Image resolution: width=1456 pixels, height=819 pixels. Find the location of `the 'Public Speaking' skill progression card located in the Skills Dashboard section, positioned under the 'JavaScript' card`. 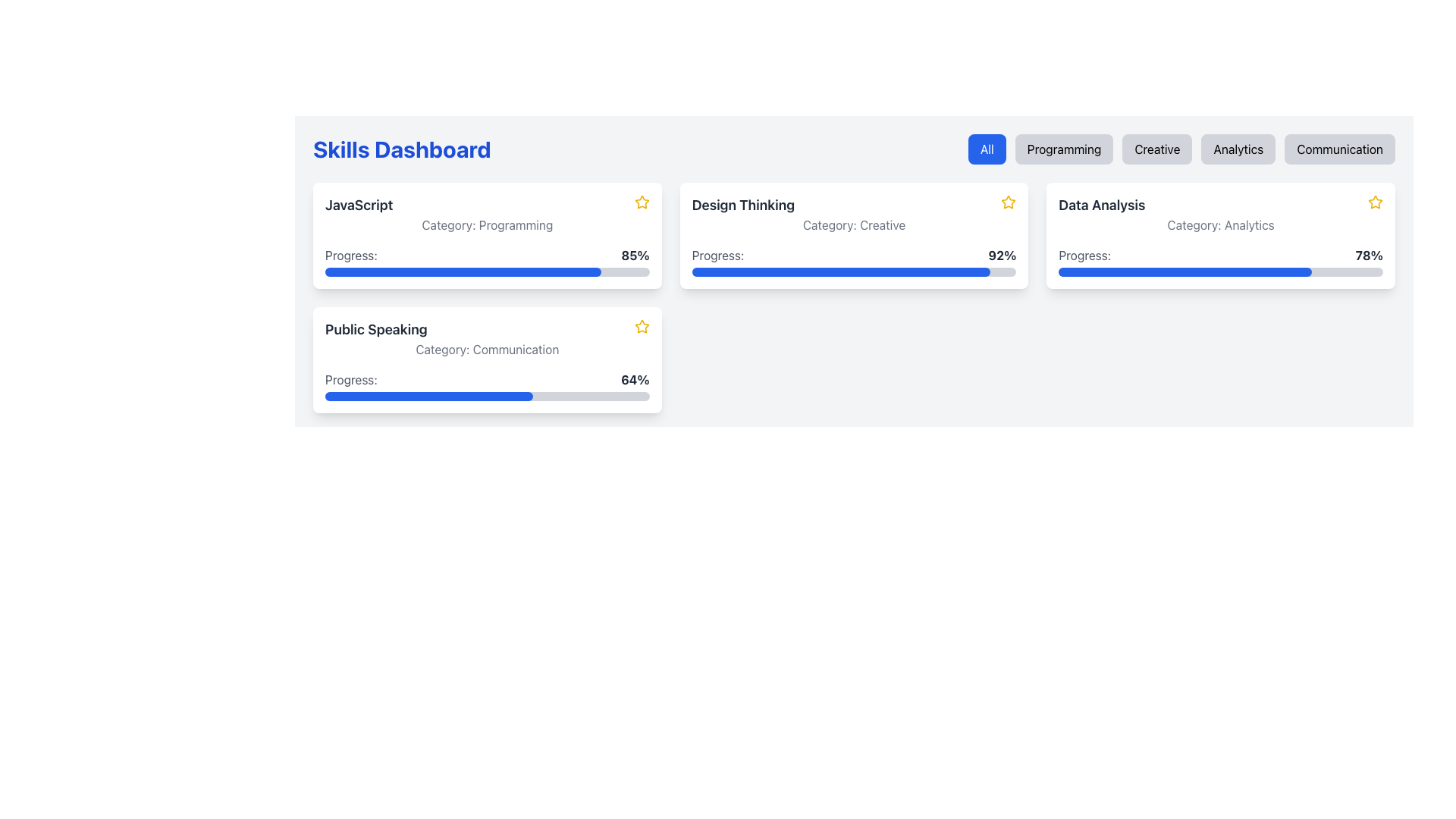

the 'Public Speaking' skill progression card located in the Skills Dashboard section, positioned under the 'JavaScript' card is located at coordinates (487, 359).